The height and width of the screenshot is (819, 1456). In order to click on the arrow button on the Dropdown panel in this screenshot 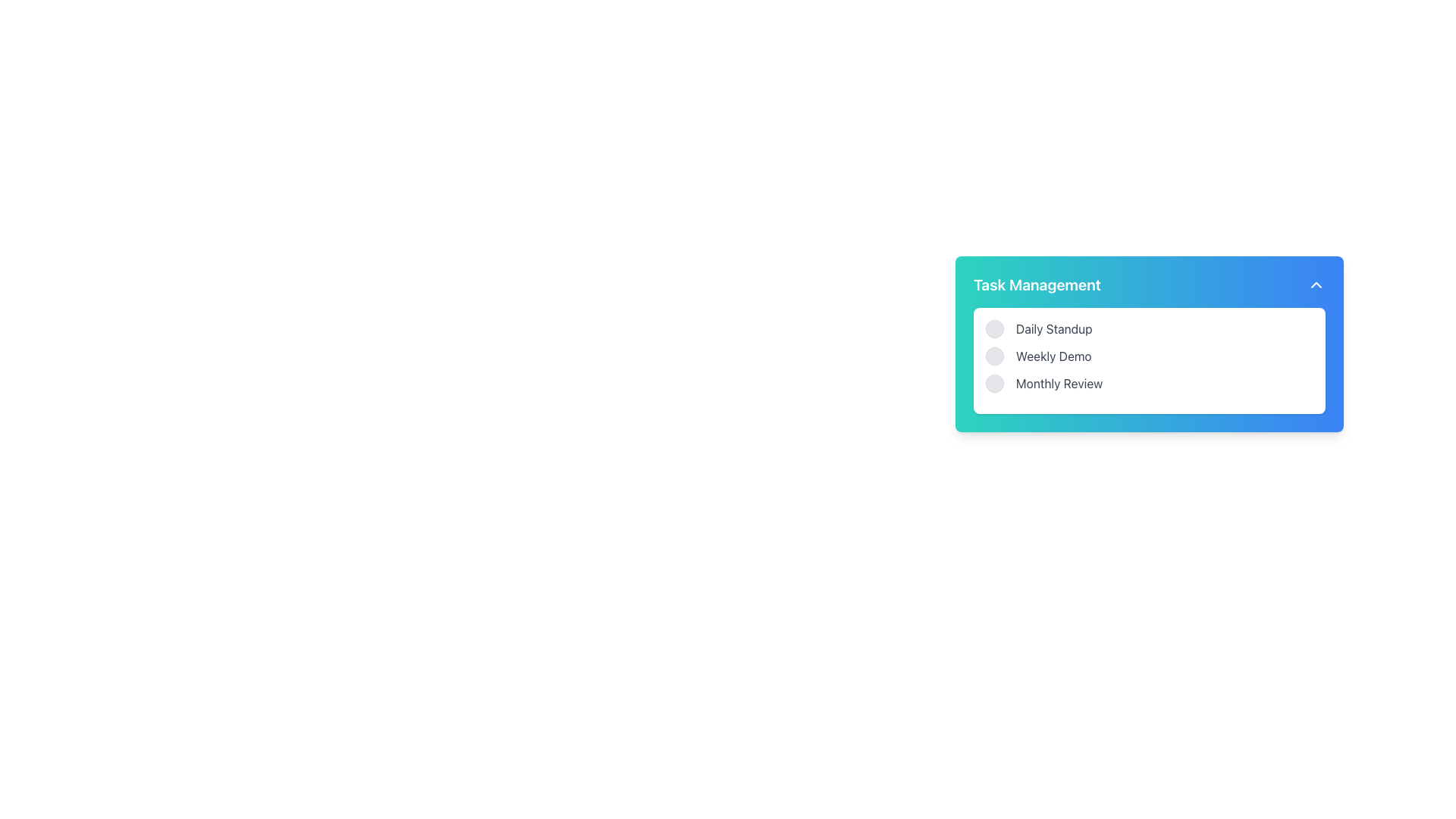, I will do `click(1150, 432)`.